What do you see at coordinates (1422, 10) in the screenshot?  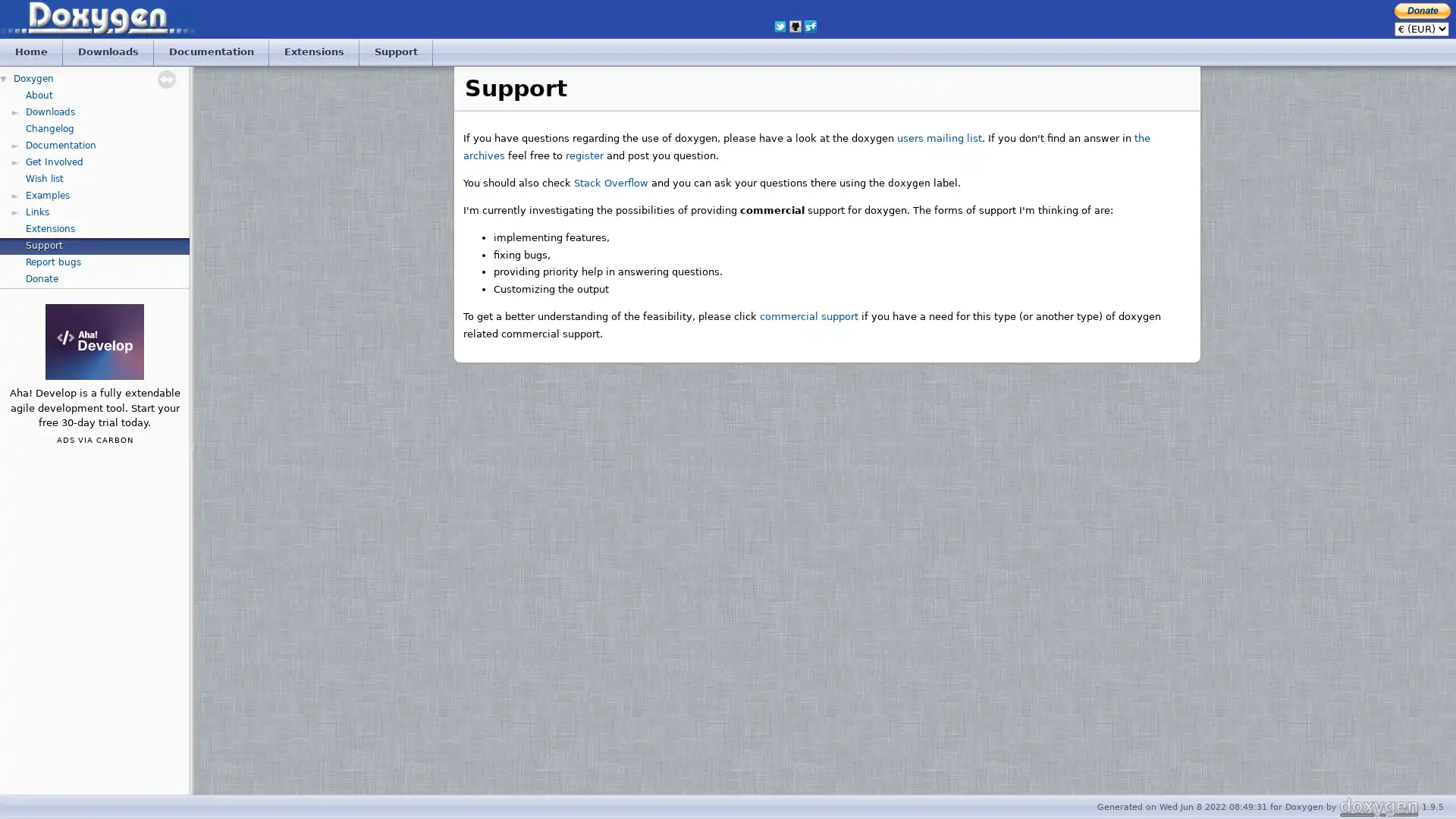 I see `Donate to Doxygen with PayPal!` at bounding box center [1422, 10].